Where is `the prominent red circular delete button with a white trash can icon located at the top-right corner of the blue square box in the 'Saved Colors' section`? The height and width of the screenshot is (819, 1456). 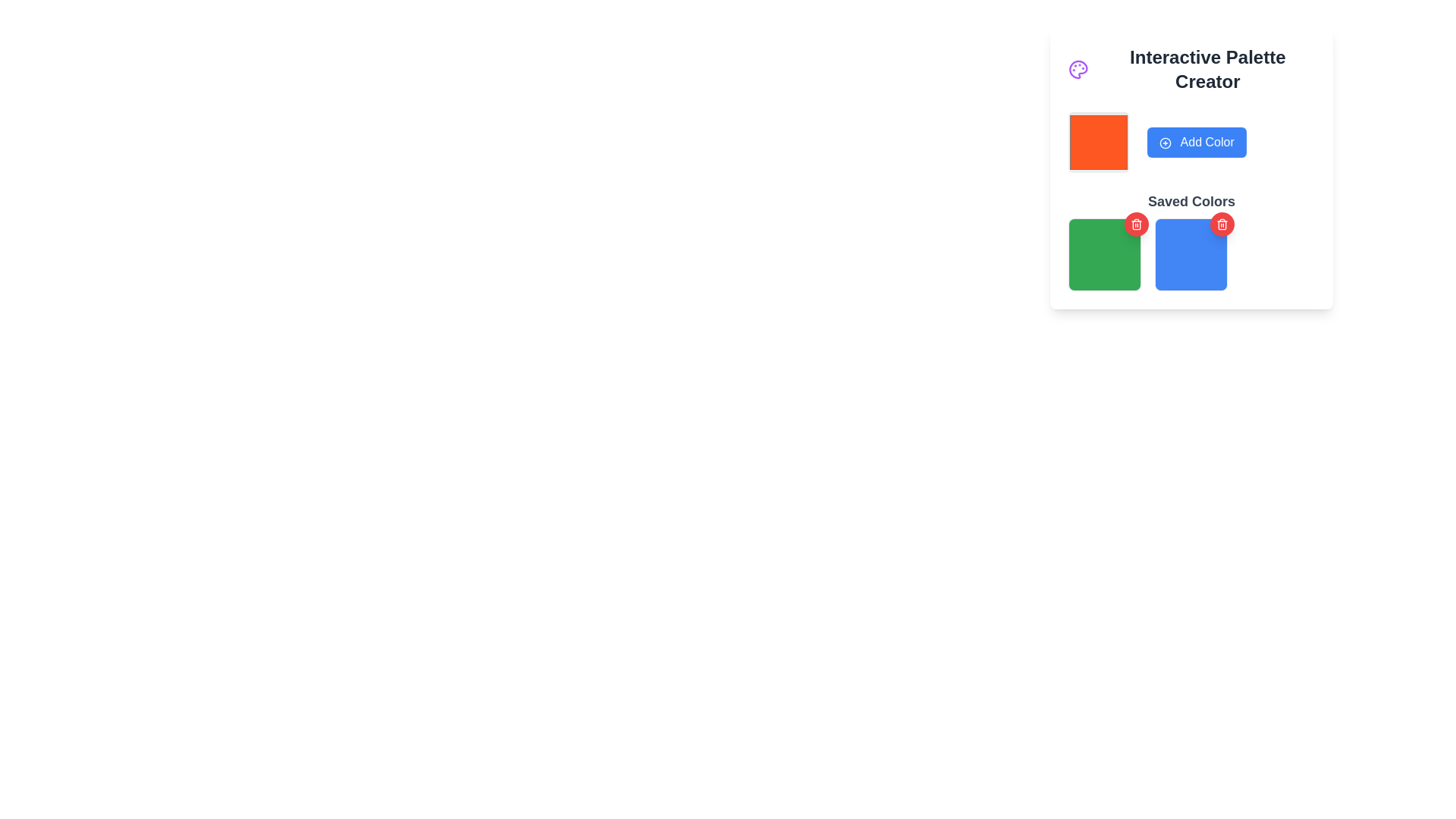
the prominent red circular delete button with a white trash can icon located at the top-right corner of the blue square box in the 'Saved Colors' section is located at coordinates (1222, 224).